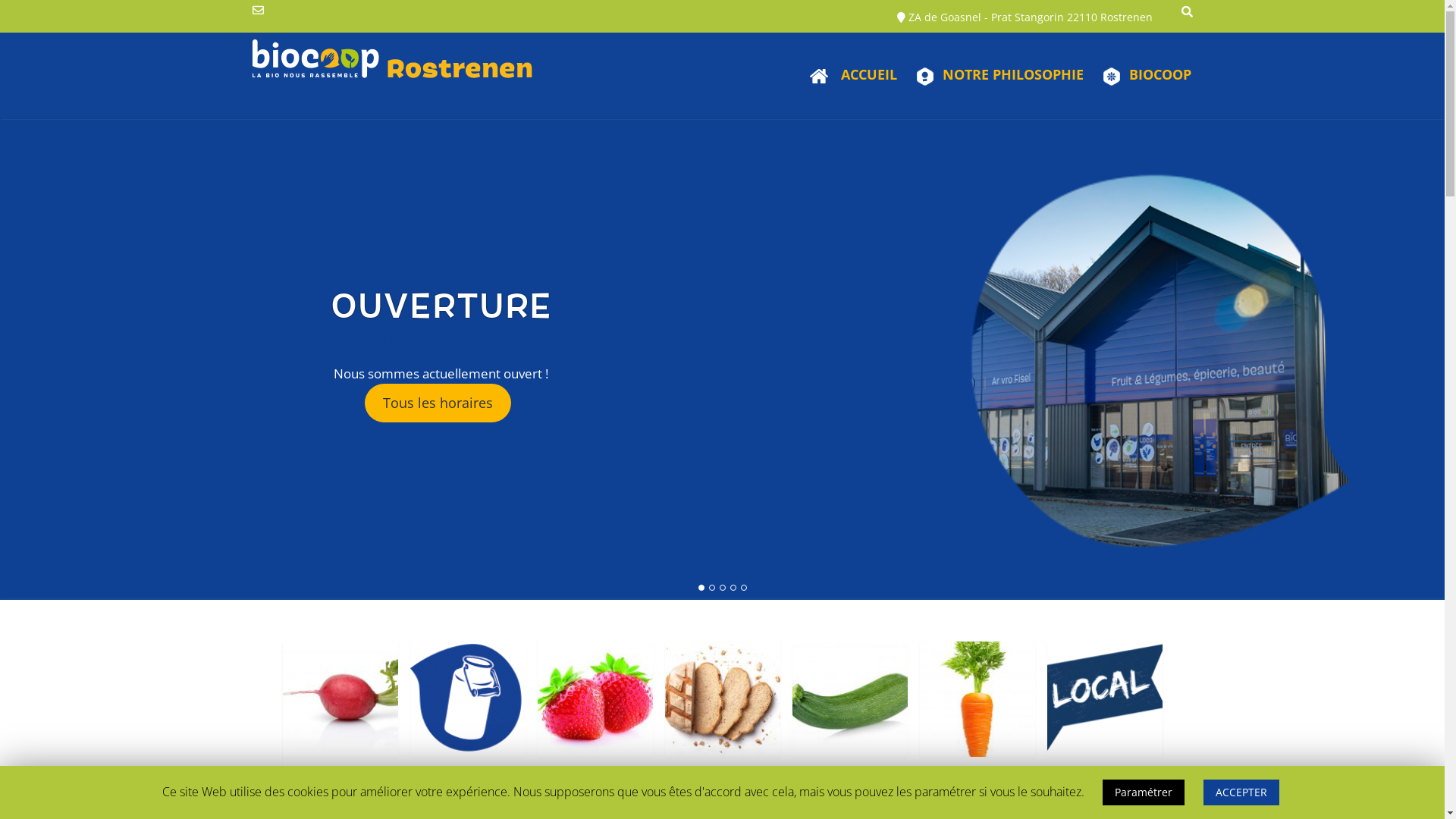 The width and height of the screenshot is (1456, 819). What do you see at coordinates (1087, 75) in the screenshot?
I see `'BIOCOOP'` at bounding box center [1087, 75].